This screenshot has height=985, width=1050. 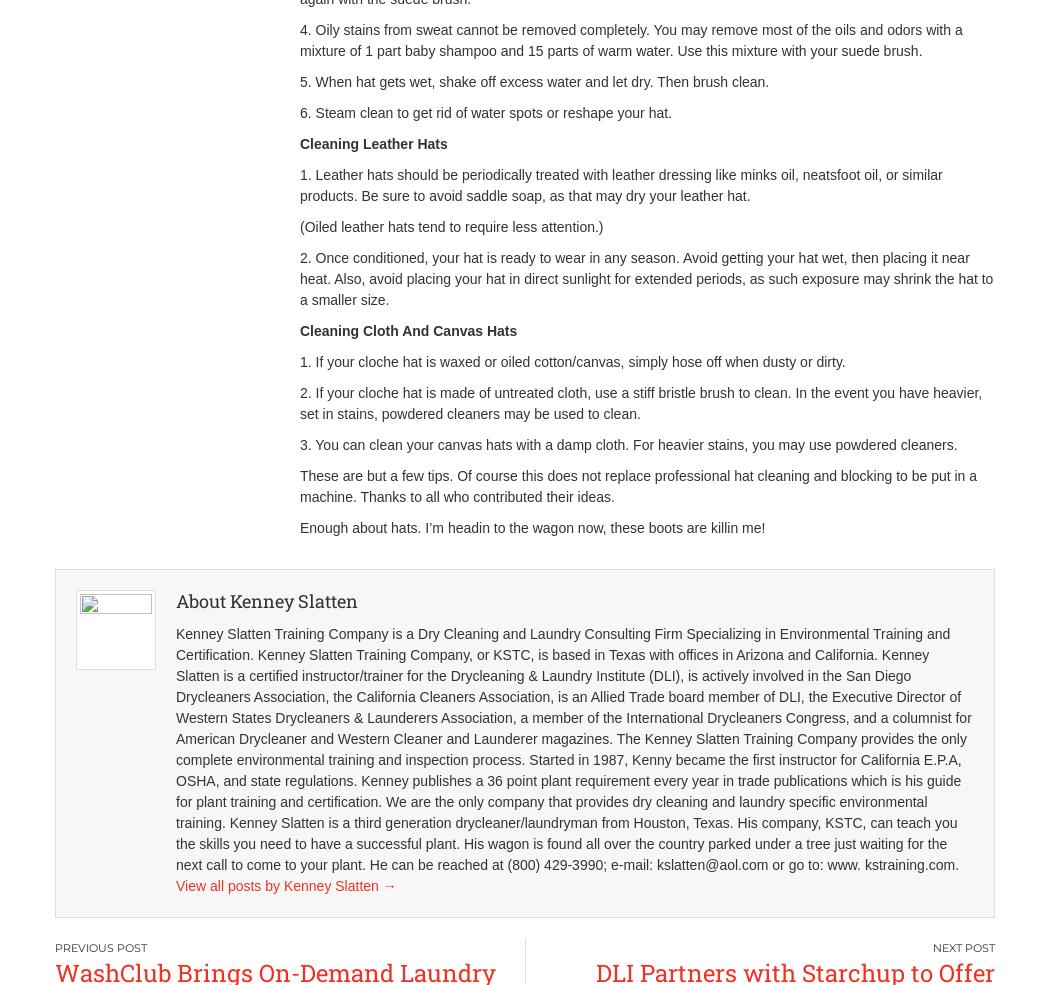 What do you see at coordinates (372, 144) in the screenshot?
I see `'Cleaning Leather Hats'` at bounding box center [372, 144].